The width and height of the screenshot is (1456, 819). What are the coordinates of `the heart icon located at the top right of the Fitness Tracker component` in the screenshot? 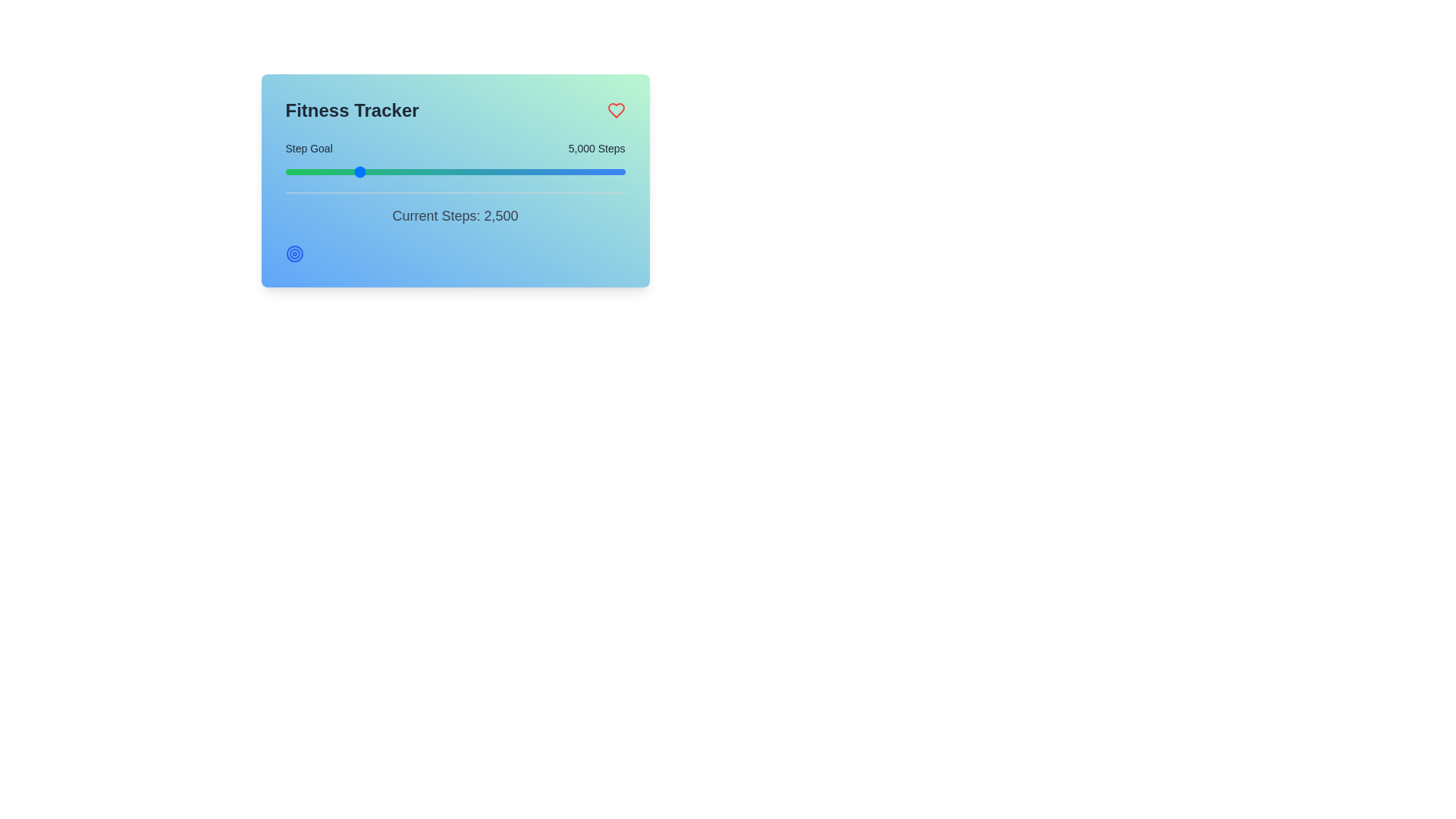 It's located at (616, 110).